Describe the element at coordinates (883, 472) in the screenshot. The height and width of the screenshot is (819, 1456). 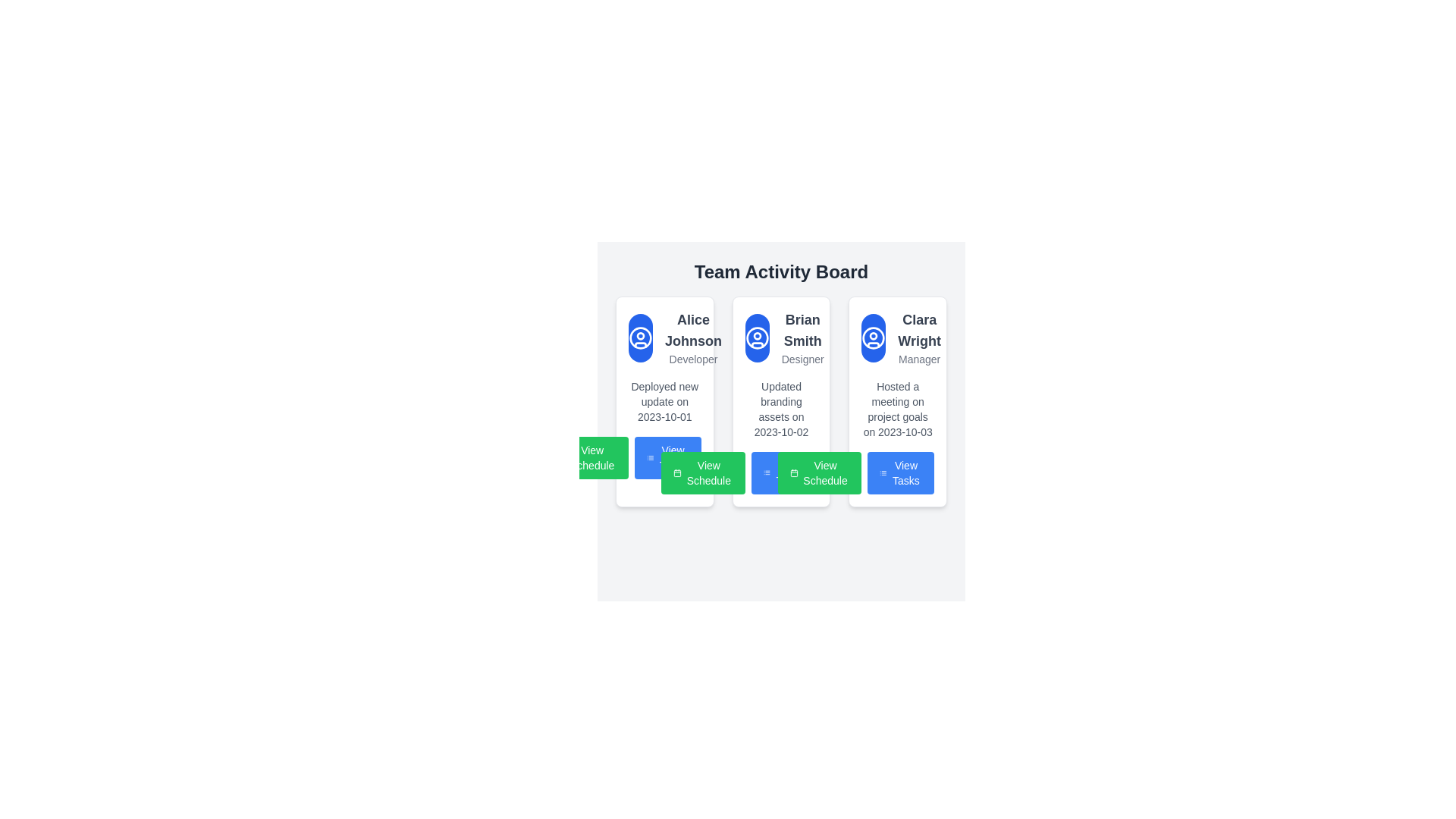
I see `the decorative icon within the 'View Tasks' button located at the bottom of the third card in the 'Team Activity Board' section for Clara Wright` at that location.